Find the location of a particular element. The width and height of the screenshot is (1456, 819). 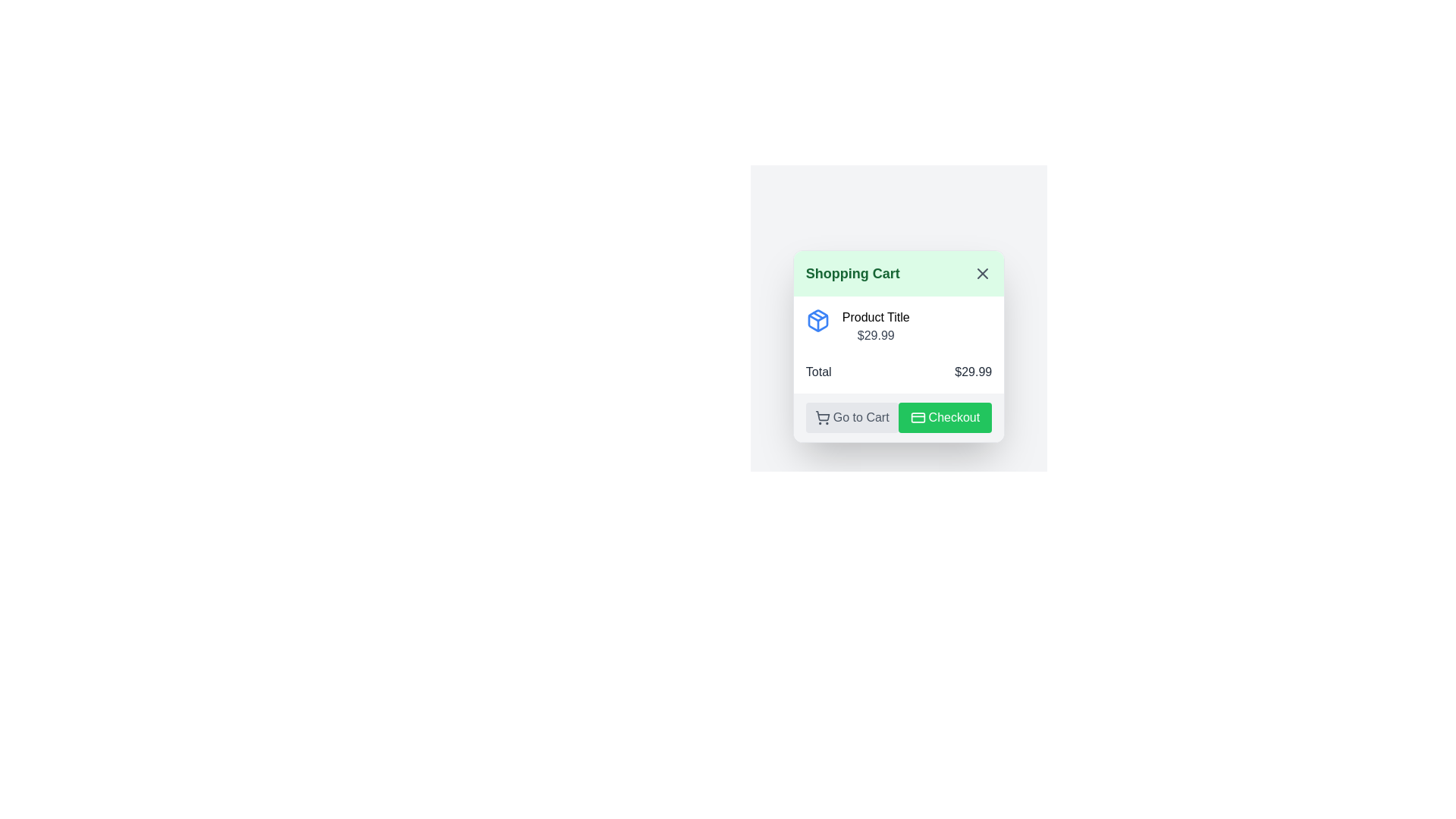

static text label displaying 'Total' located in the shopping cart summary box on the left side of the total price display is located at coordinates (817, 372).